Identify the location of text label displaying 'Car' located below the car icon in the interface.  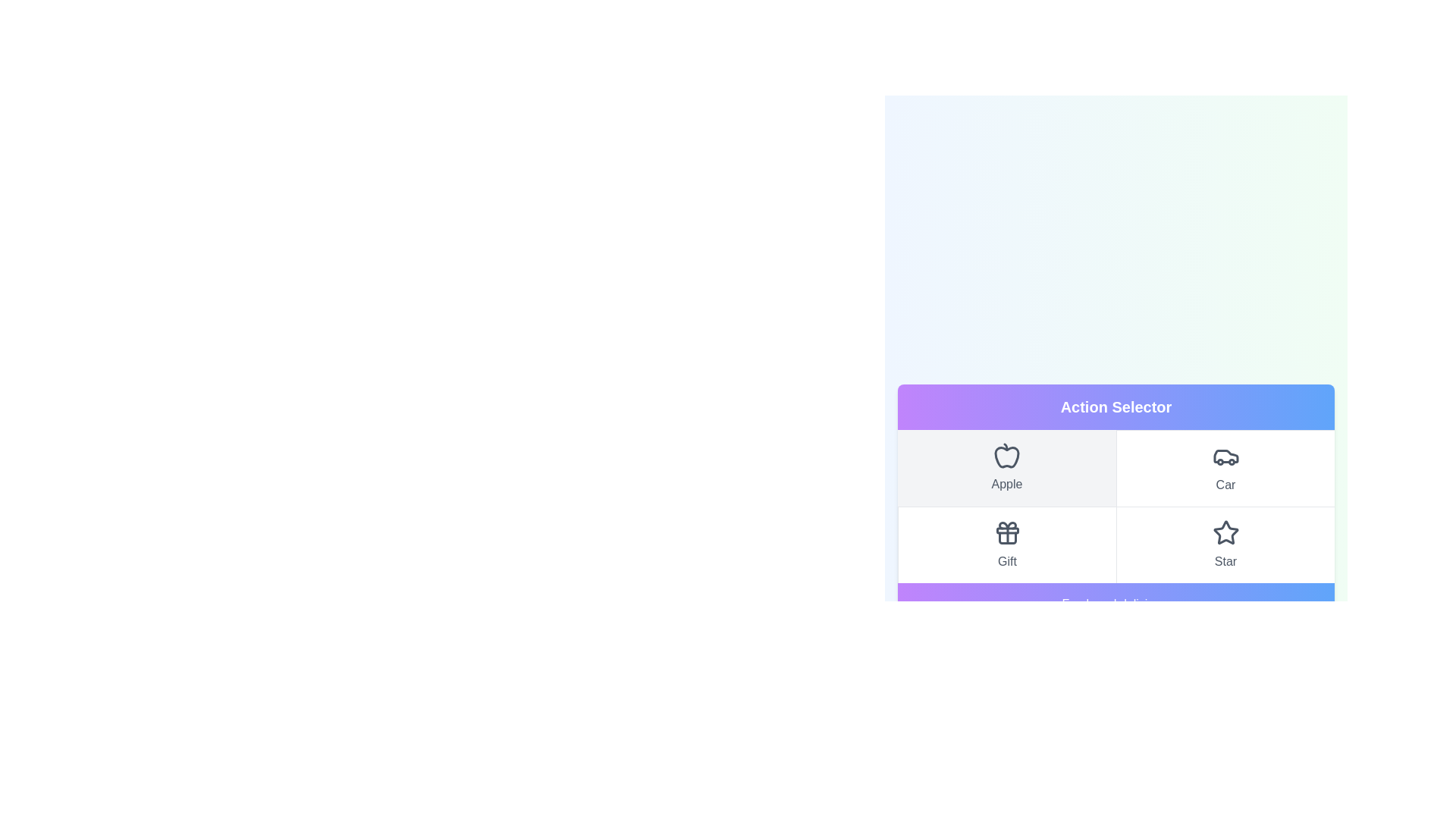
(1225, 485).